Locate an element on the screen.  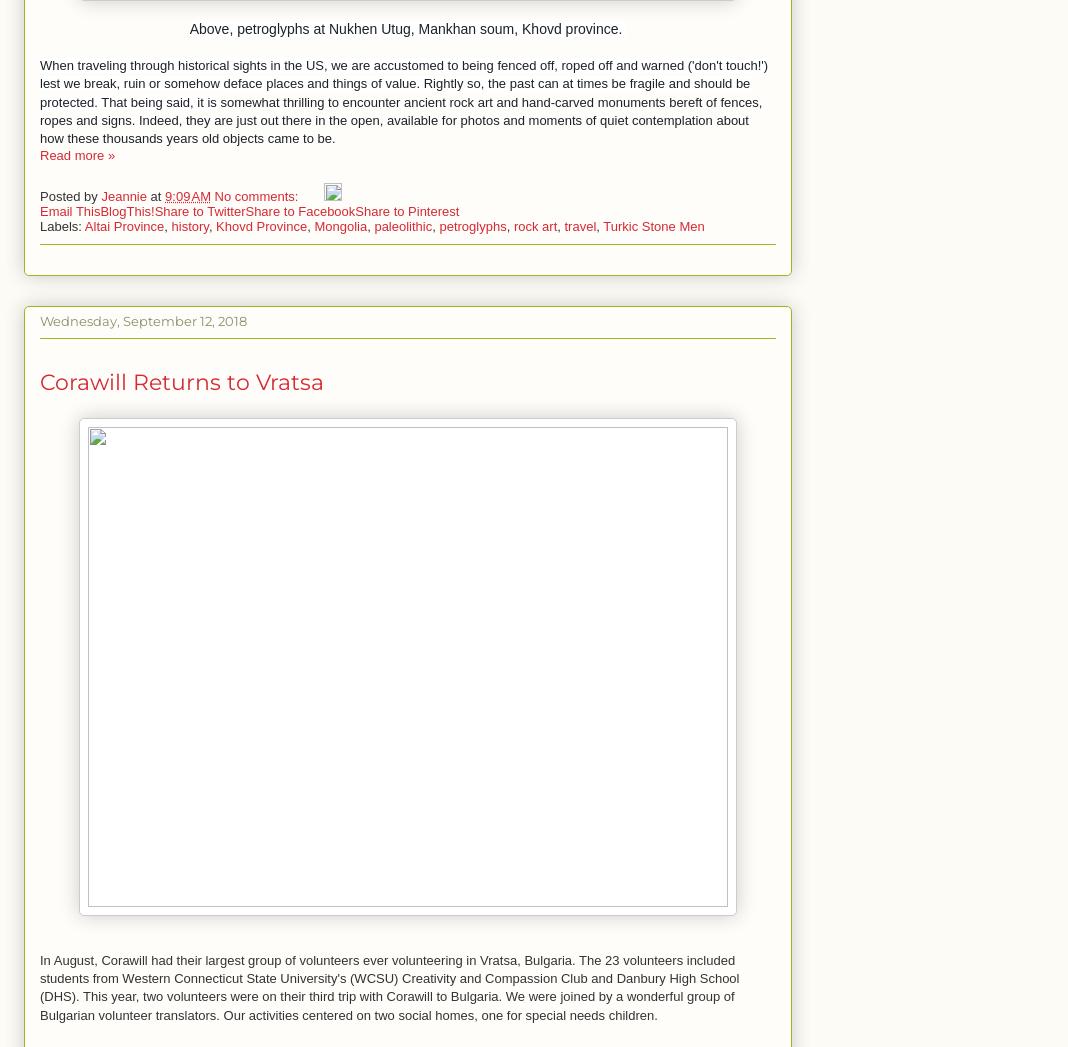
'Mongolia' is located at coordinates (339, 224).